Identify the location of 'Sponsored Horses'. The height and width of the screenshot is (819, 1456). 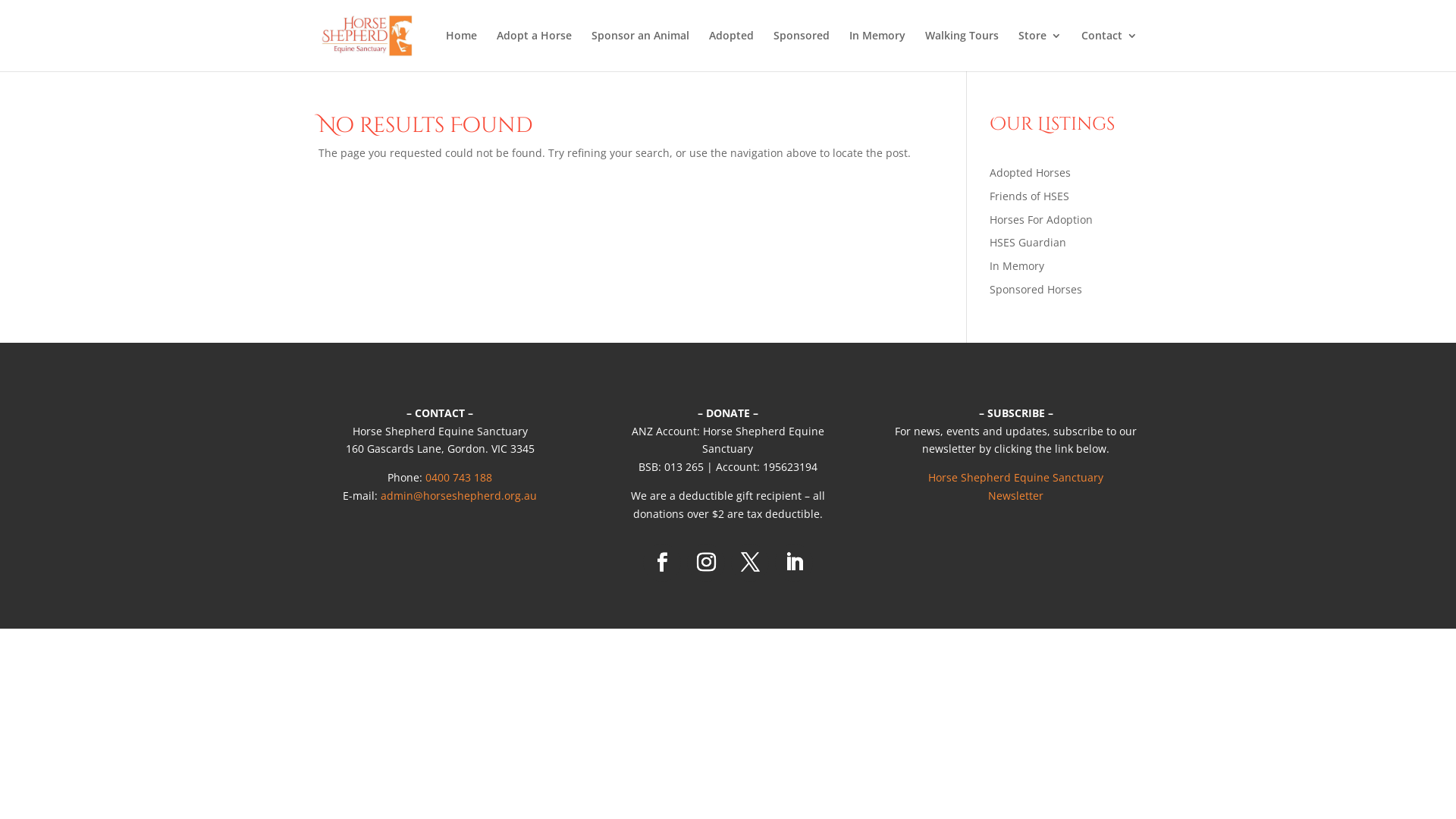
(1035, 289).